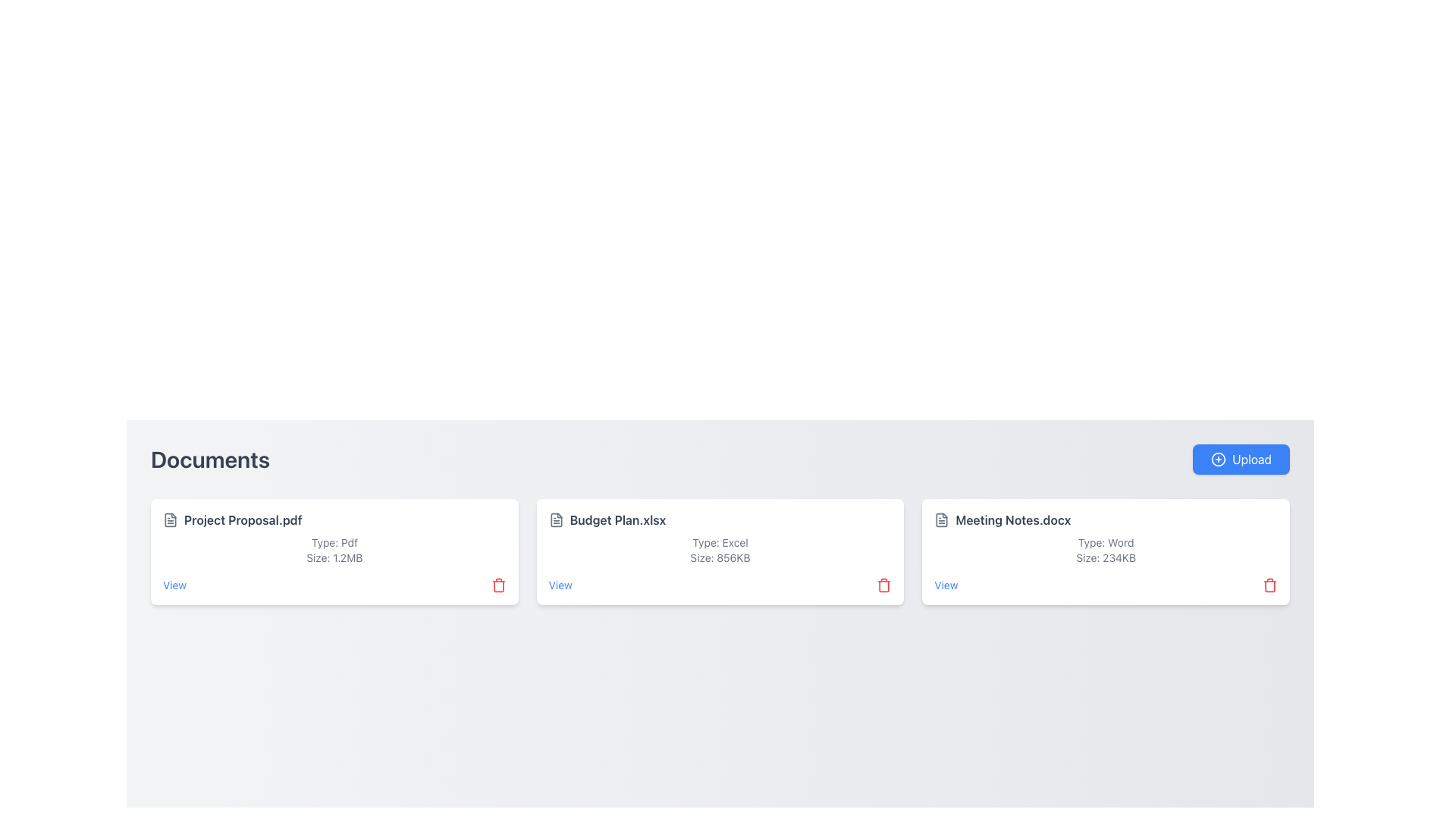  Describe the element at coordinates (941, 519) in the screenshot. I see `the grayish file icon located at the center of the 'Meeting Notes.docx' card in the documents list, which resembles a document or file contour` at that location.